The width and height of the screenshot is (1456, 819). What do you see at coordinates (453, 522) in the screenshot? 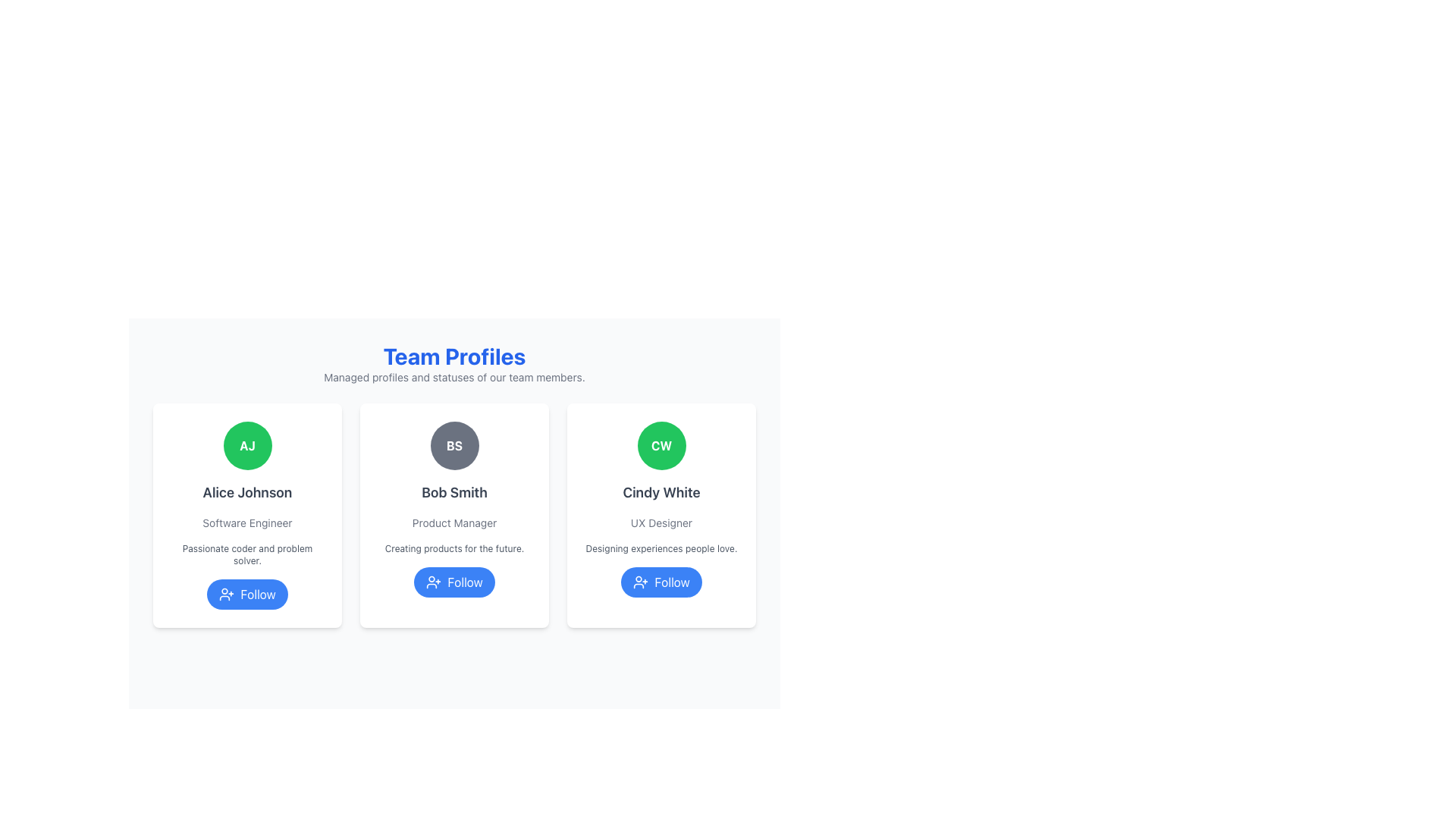
I see `the static text displaying 'Product Manager' in a small, gray font located beneath 'Bob Smith' in the profile details card` at bounding box center [453, 522].